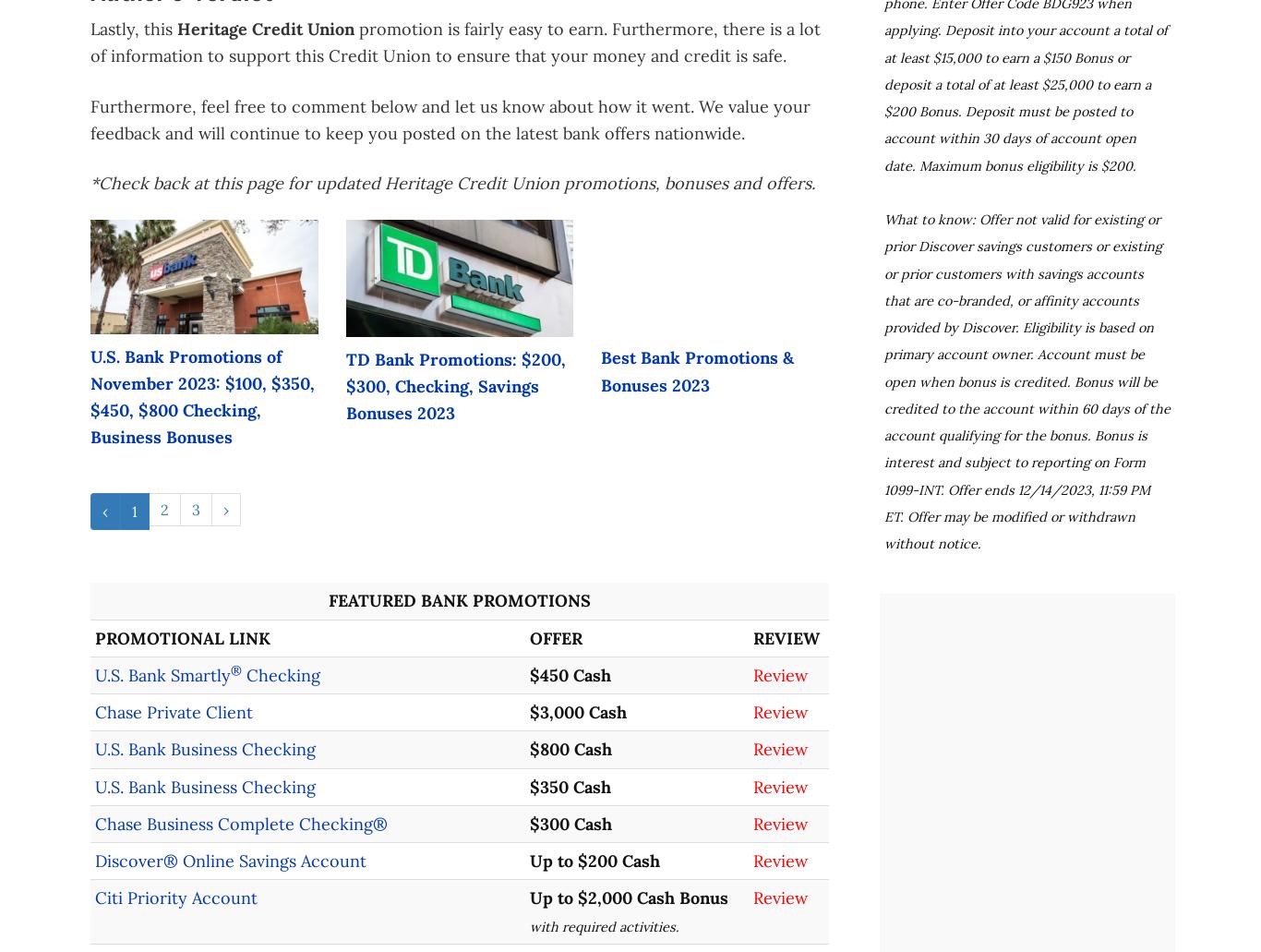  What do you see at coordinates (528, 748) in the screenshot?
I see `'$800 Cash'` at bounding box center [528, 748].